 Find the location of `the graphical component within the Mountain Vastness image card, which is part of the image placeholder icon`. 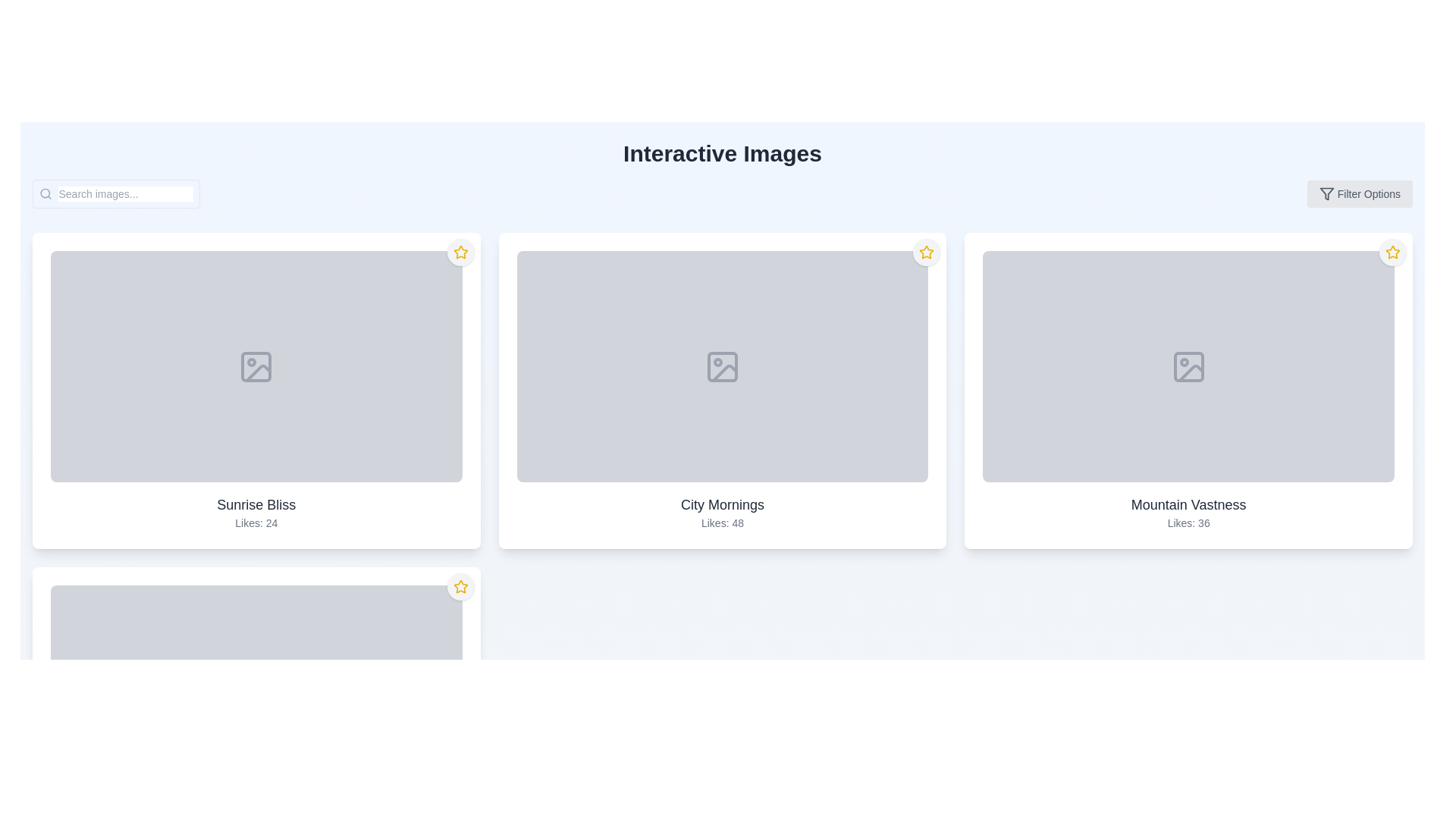

the graphical component within the Mountain Vastness image card, which is part of the image placeholder icon is located at coordinates (1188, 366).